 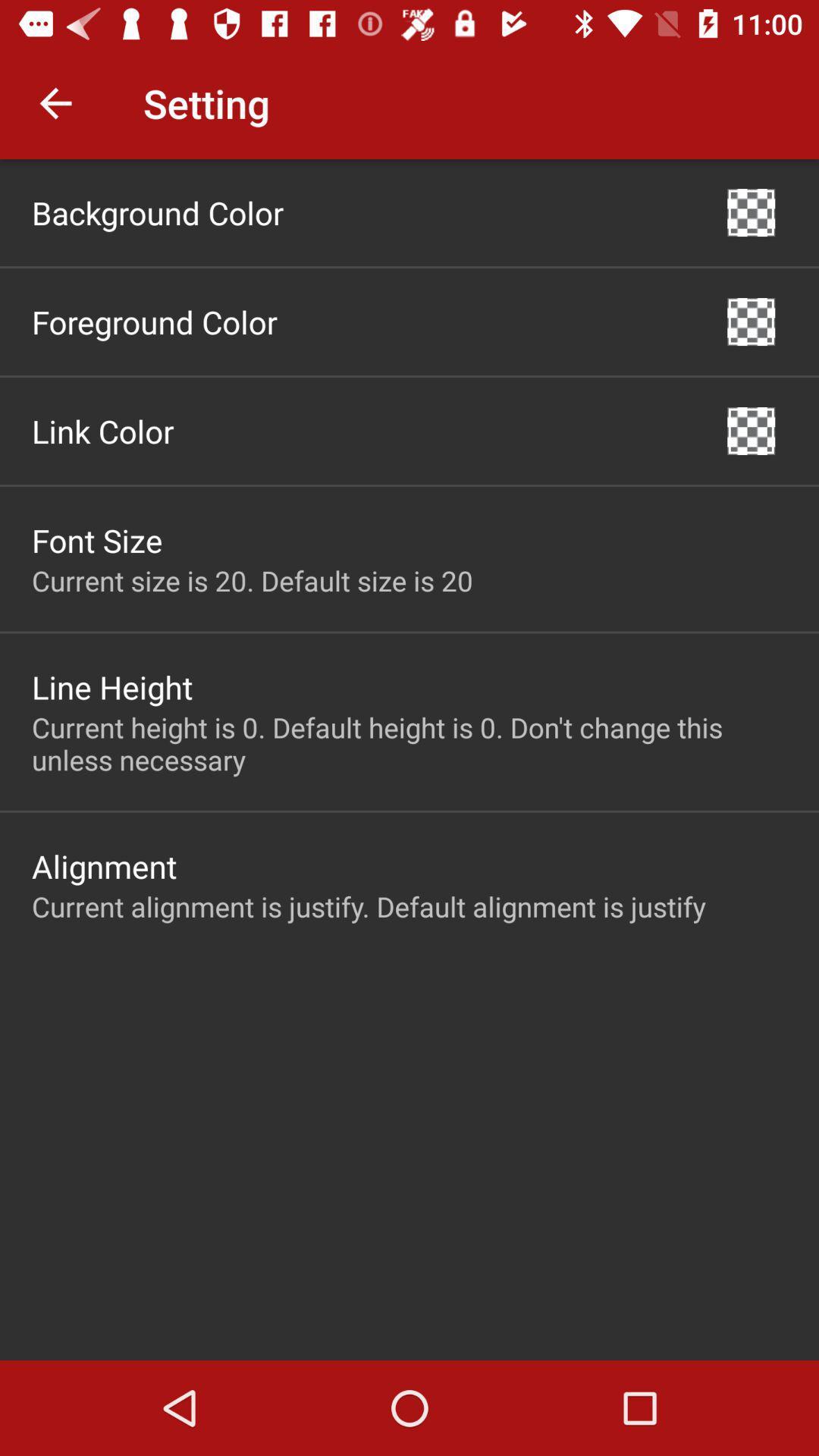 What do you see at coordinates (102, 430) in the screenshot?
I see `icon below foreground color` at bounding box center [102, 430].